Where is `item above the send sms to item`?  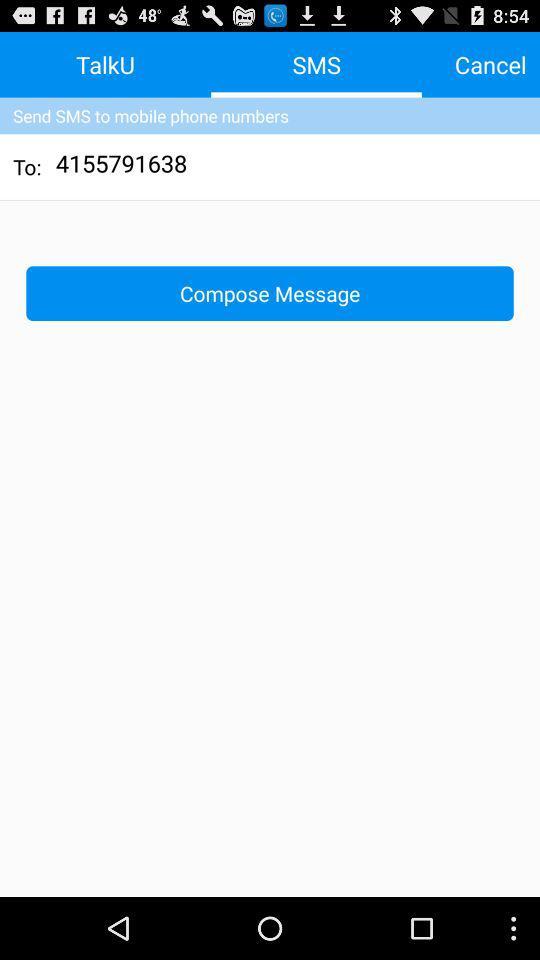
item above the send sms to item is located at coordinates (489, 64).